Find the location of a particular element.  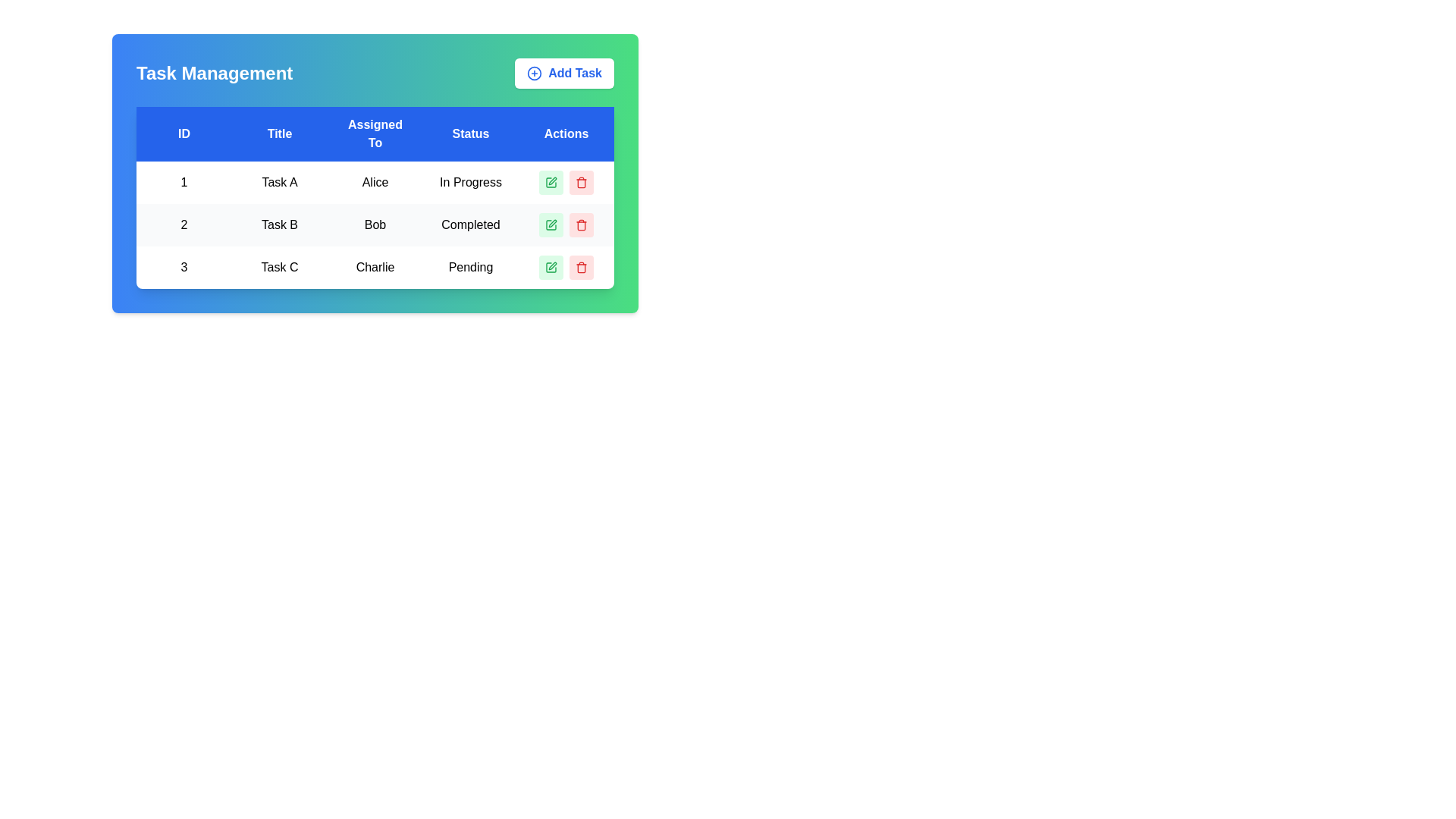

text of the Label element displaying 'Completed' in the Status category for Task B assigned to Bob, located in the fourth column of the second row is located at coordinates (469, 225).